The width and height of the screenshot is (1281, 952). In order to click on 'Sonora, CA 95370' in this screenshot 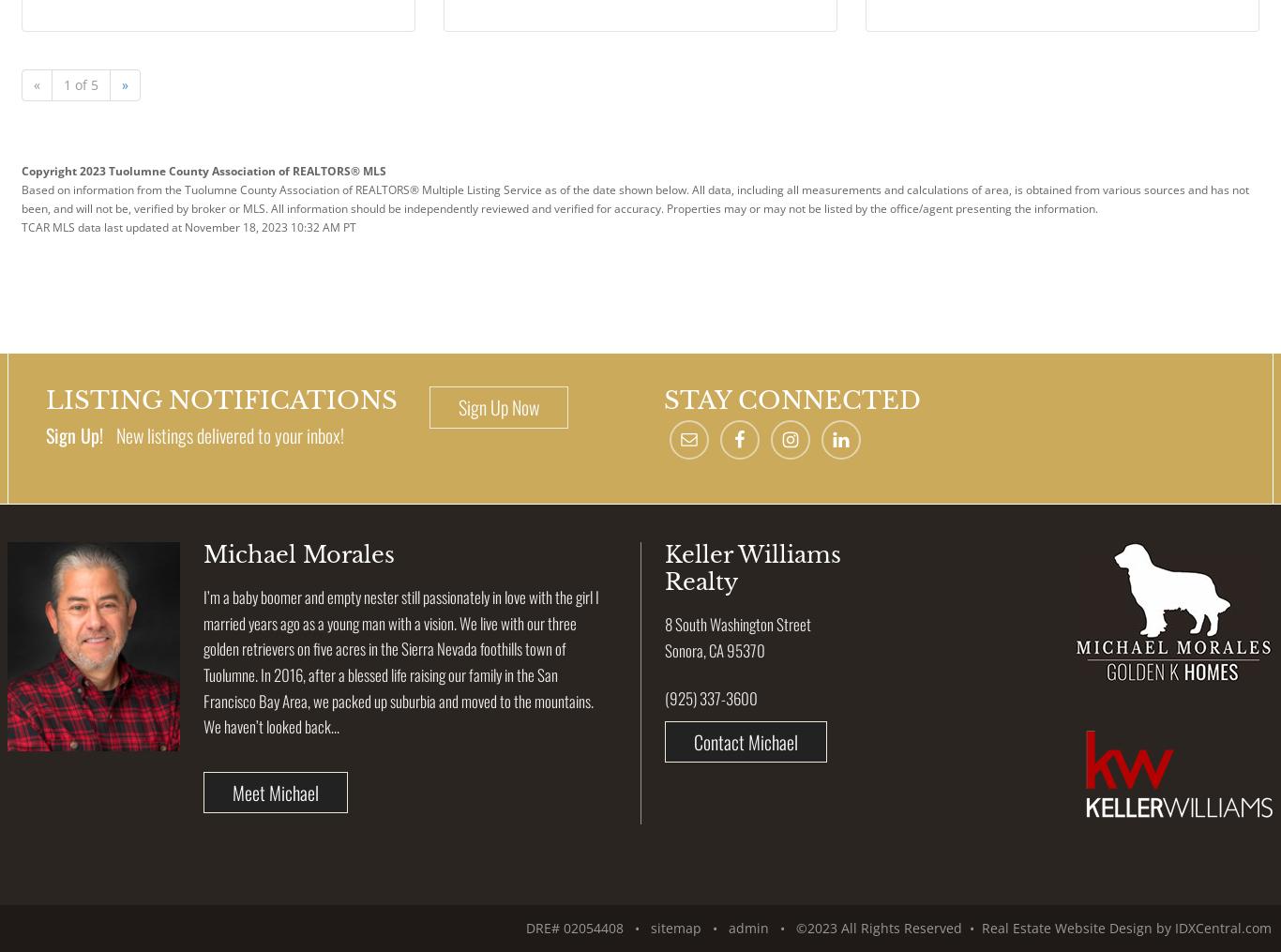, I will do `click(664, 649)`.